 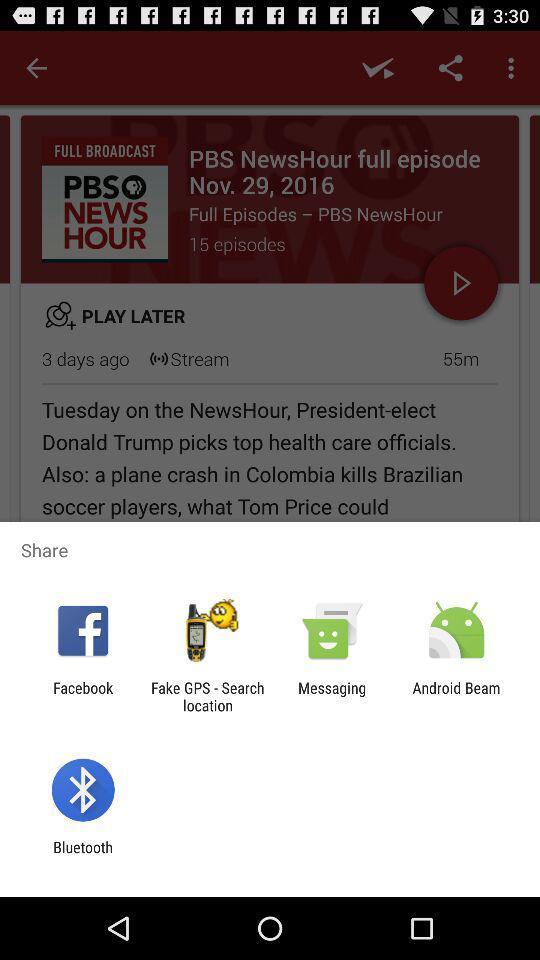 I want to click on the item to the right of fake gps search item, so click(x=332, y=696).